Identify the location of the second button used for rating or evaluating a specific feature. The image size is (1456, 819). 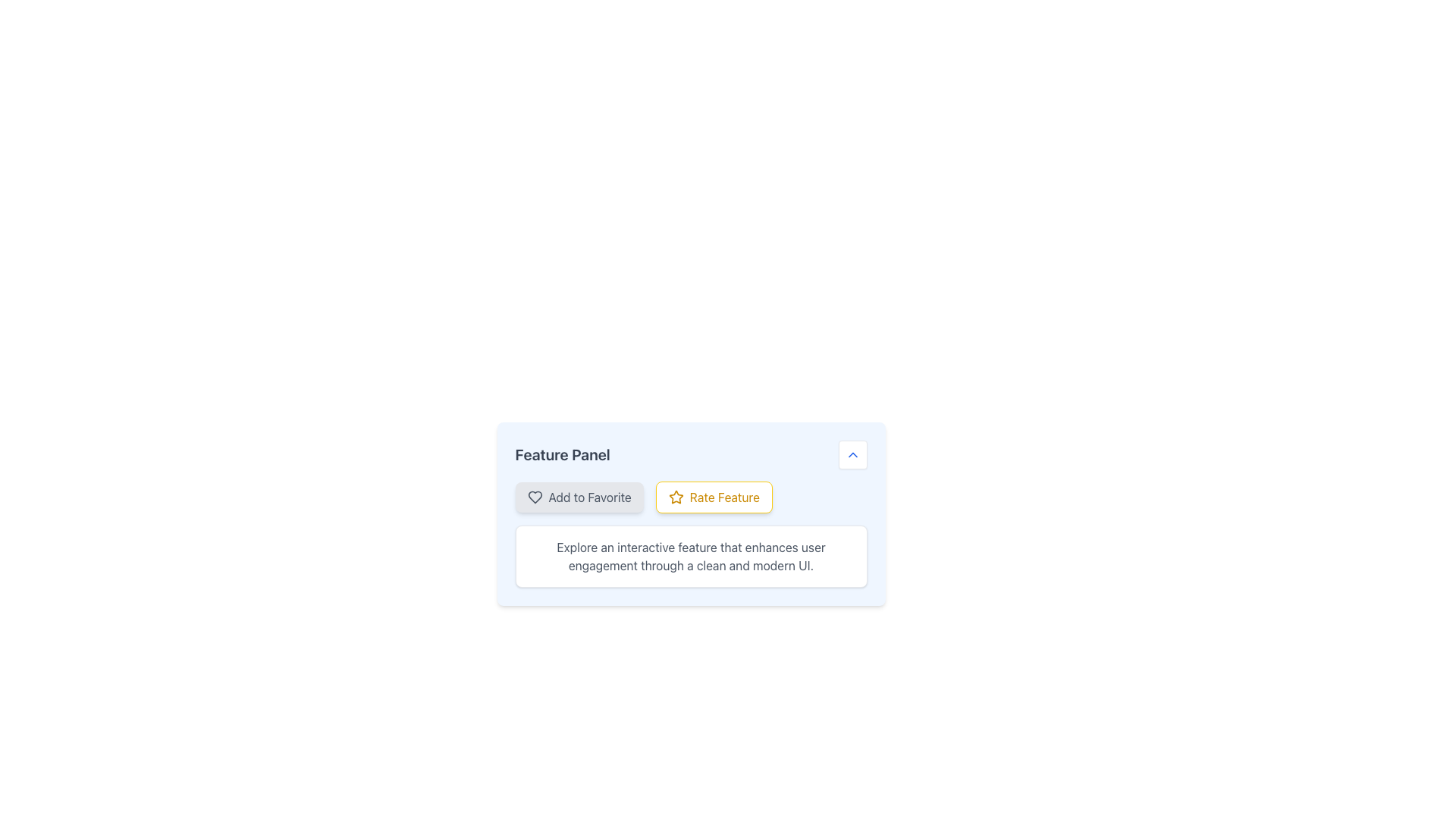
(690, 497).